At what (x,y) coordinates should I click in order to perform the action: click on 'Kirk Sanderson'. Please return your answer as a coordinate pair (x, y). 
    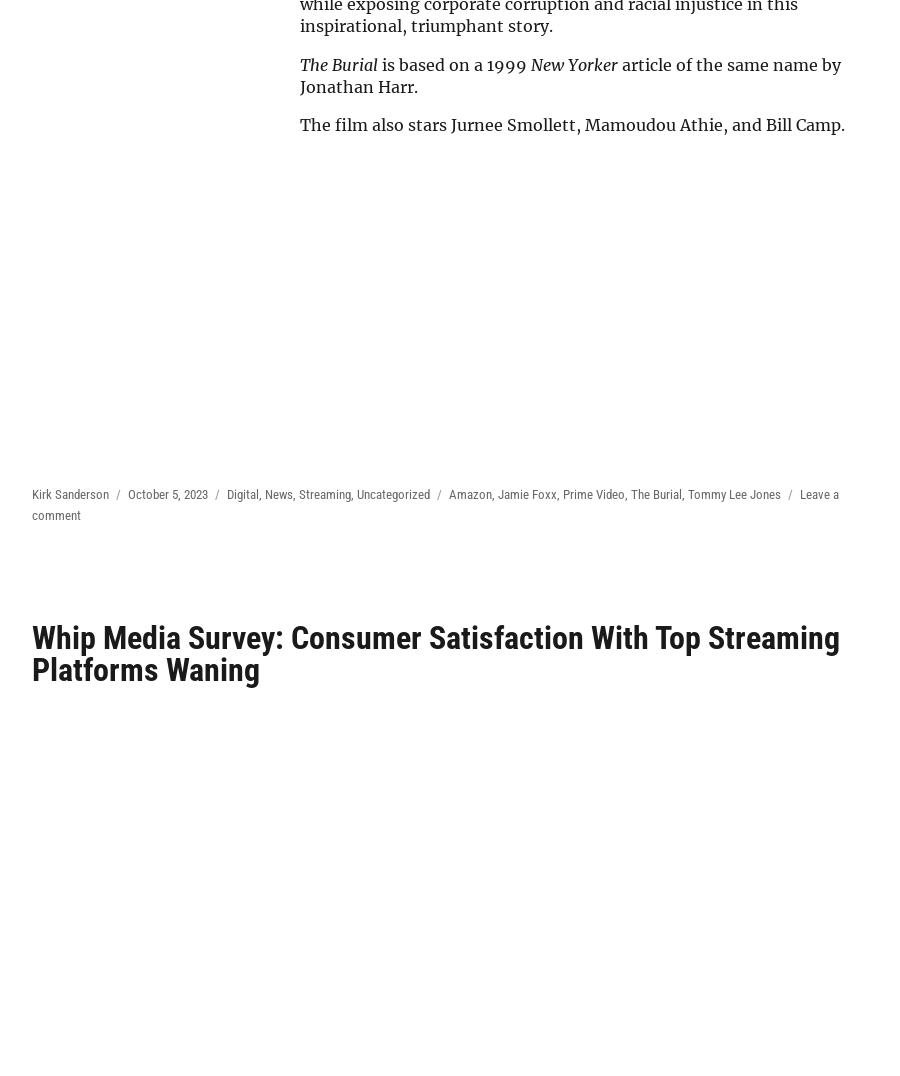
    Looking at the image, I should click on (69, 492).